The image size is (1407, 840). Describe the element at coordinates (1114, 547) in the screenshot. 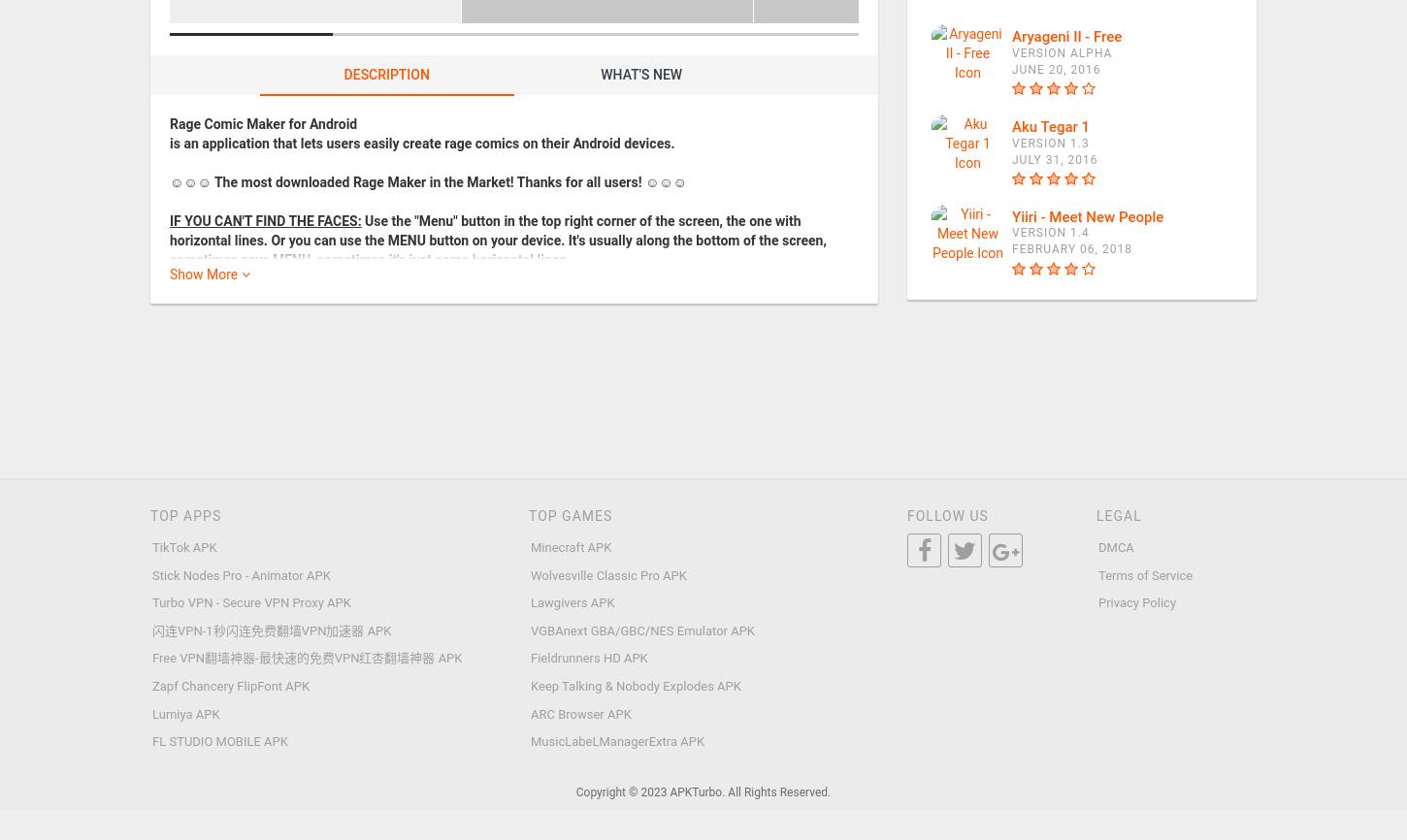

I see `'DMCA'` at that location.